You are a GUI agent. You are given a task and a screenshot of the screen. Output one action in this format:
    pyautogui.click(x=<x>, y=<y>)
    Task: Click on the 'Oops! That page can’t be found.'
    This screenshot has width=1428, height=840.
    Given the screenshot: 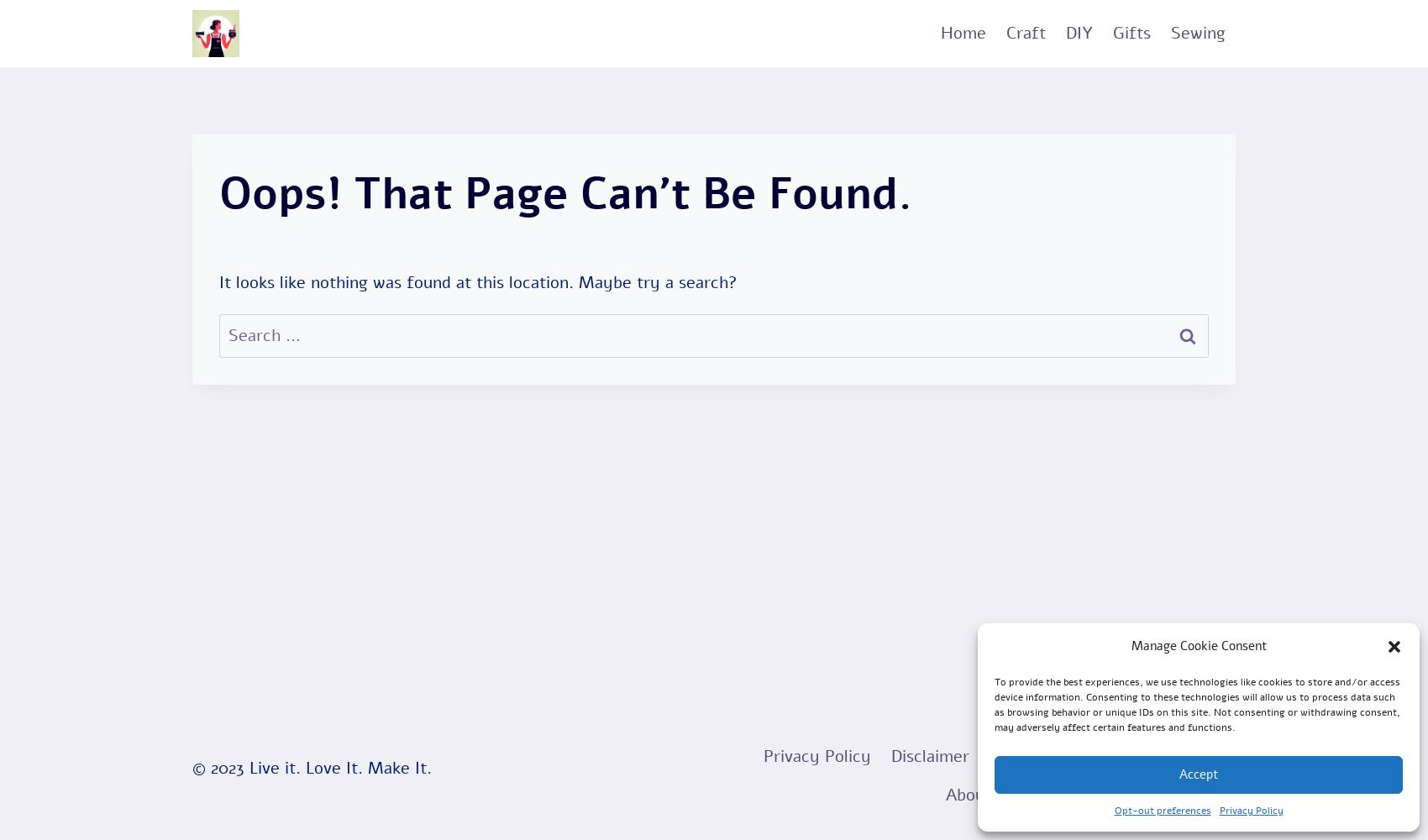 What is the action you would take?
    pyautogui.click(x=218, y=193)
    